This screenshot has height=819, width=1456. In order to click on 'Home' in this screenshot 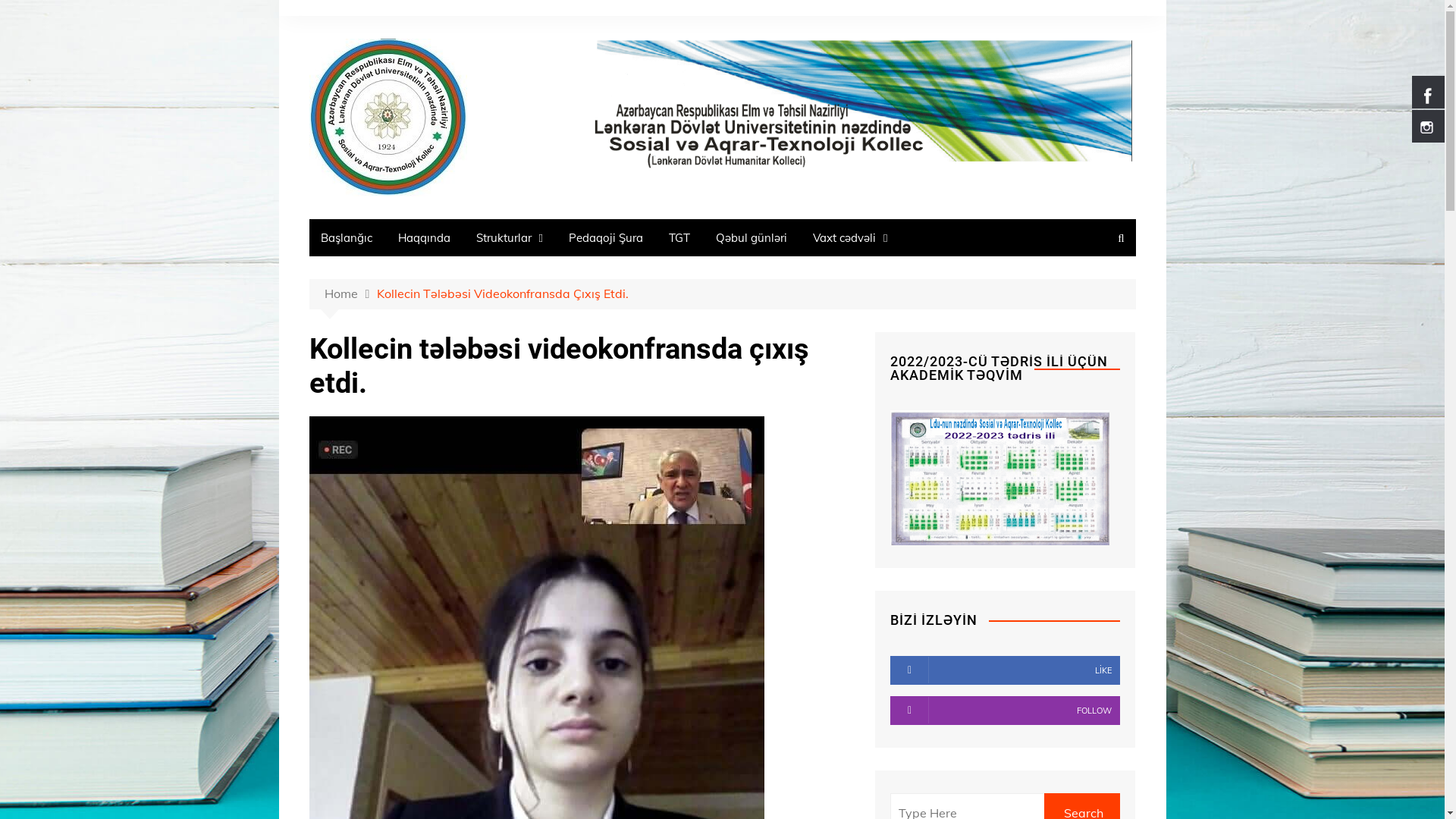, I will do `click(323, 294)`.